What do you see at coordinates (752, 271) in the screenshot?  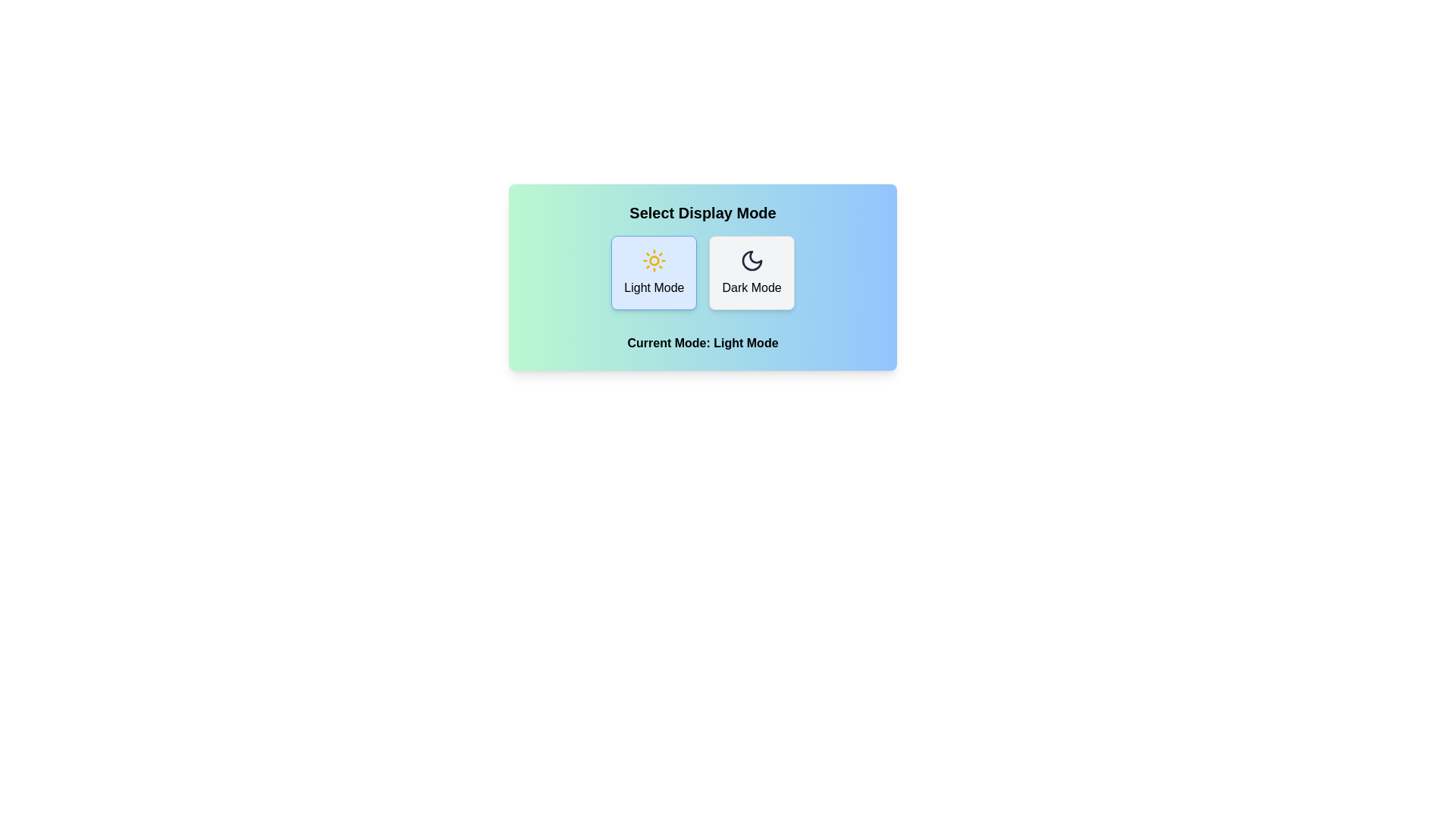 I see `the button labeled Dark Mode` at bounding box center [752, 271].